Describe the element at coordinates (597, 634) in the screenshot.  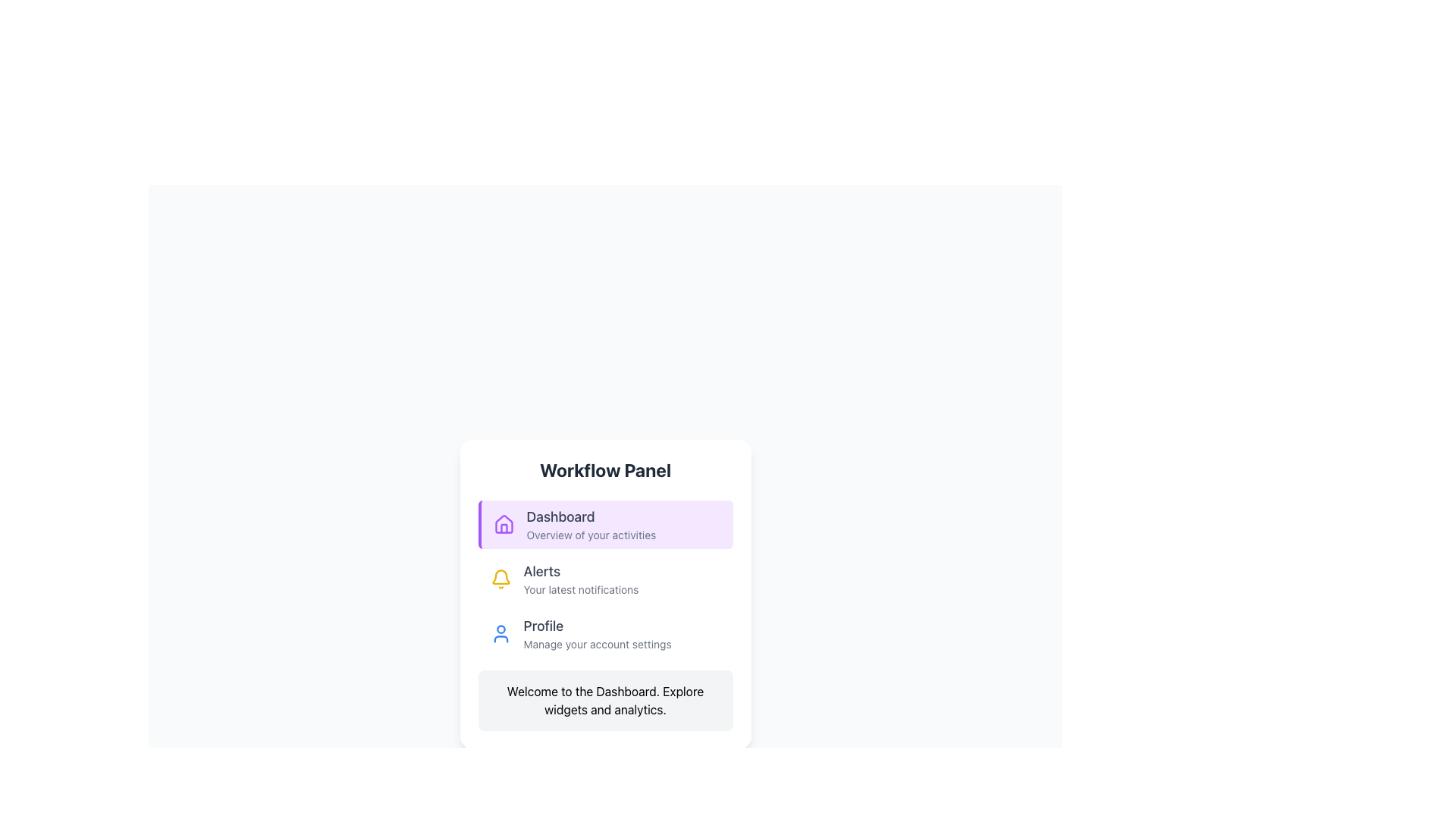
I see `the 'Profile' menu item in the 'Workflow Panel' to trigger the hover effects that change the background color` at that location.